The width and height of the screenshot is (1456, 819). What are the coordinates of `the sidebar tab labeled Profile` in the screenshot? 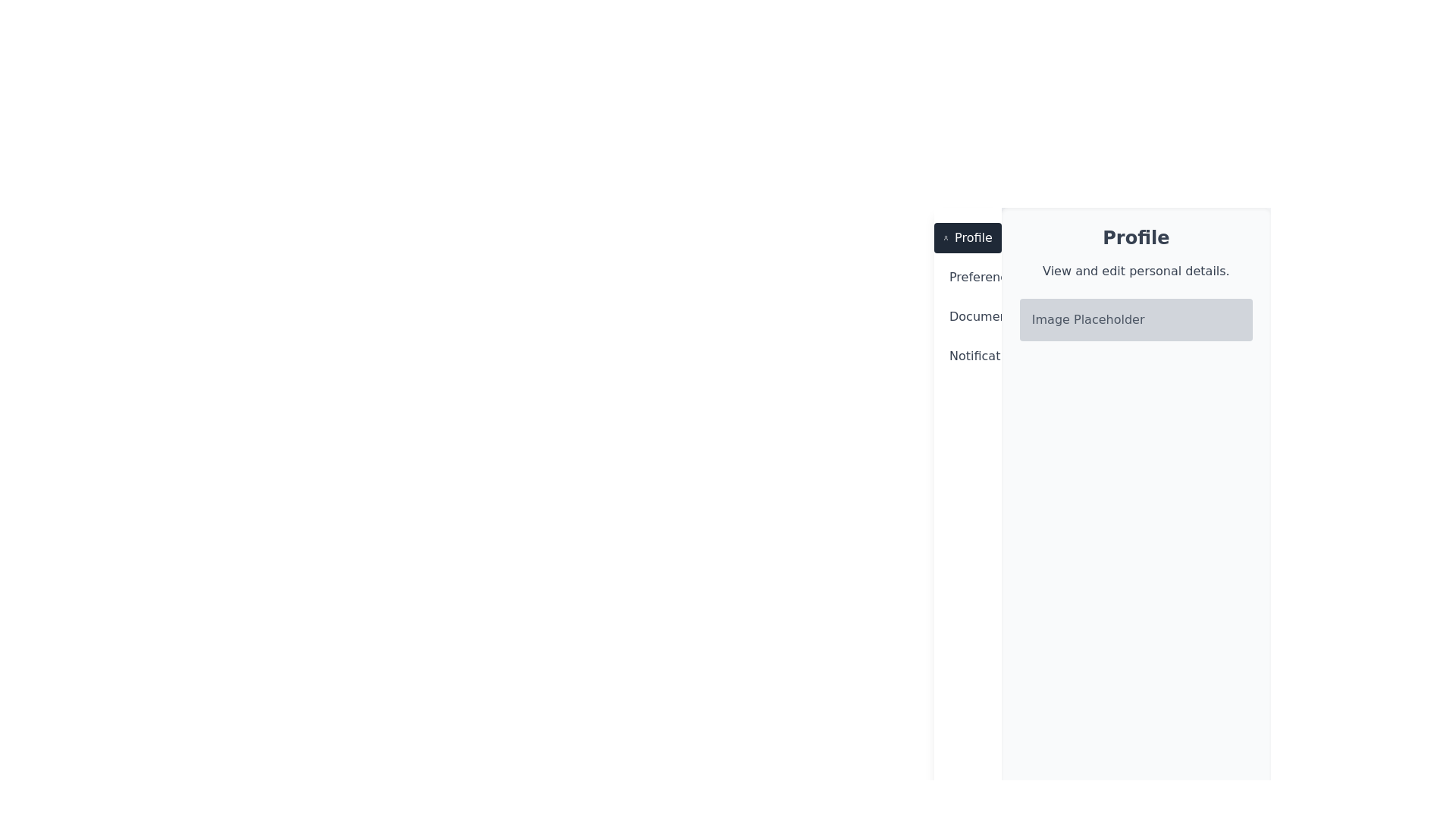 It's located at (967, 237).